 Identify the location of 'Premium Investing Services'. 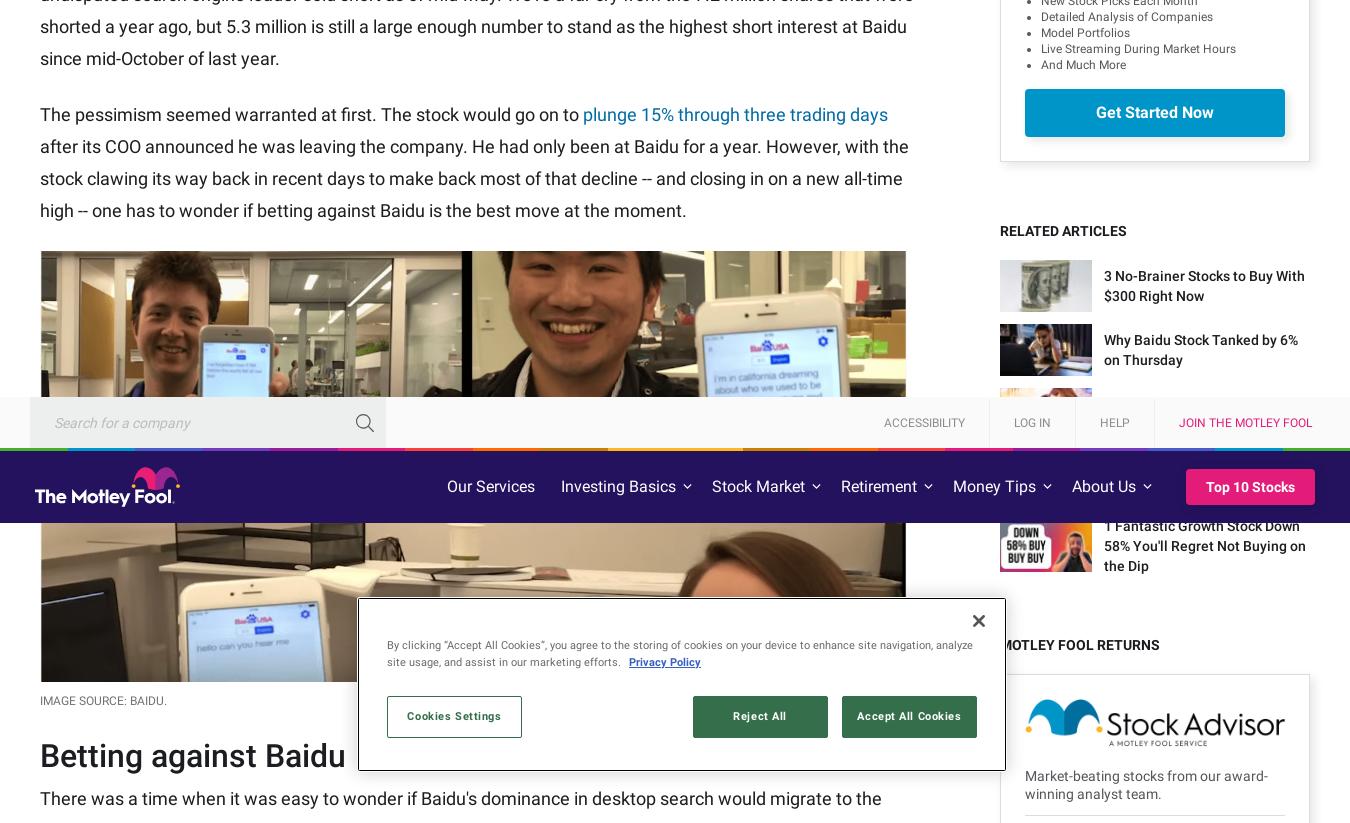
(234, 691).